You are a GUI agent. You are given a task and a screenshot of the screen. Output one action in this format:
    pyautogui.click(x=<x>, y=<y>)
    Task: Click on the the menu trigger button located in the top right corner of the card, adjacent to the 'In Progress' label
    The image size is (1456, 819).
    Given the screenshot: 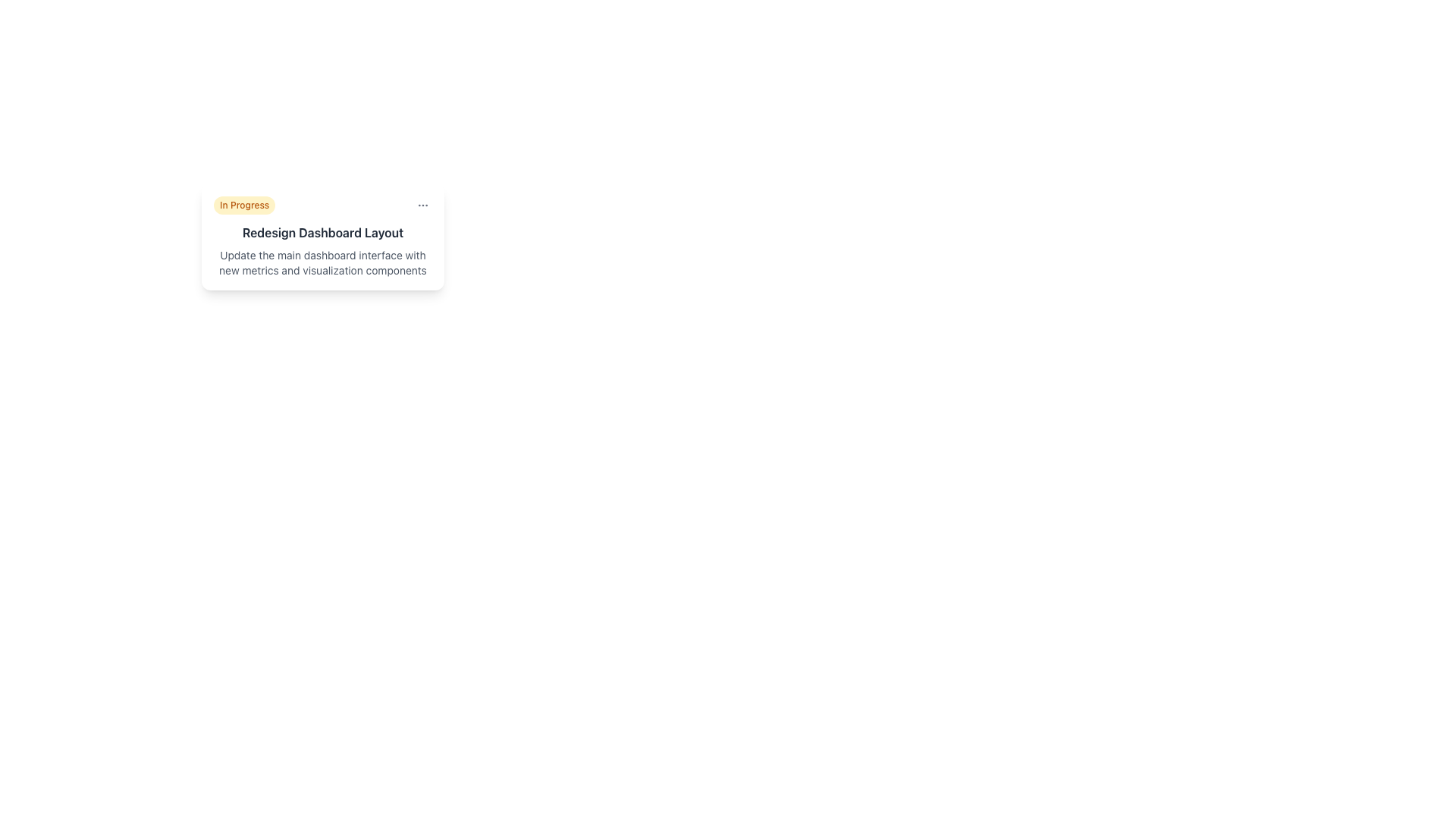 What is the action you would take?
    pyautogui.click(x=422, y=205)
    